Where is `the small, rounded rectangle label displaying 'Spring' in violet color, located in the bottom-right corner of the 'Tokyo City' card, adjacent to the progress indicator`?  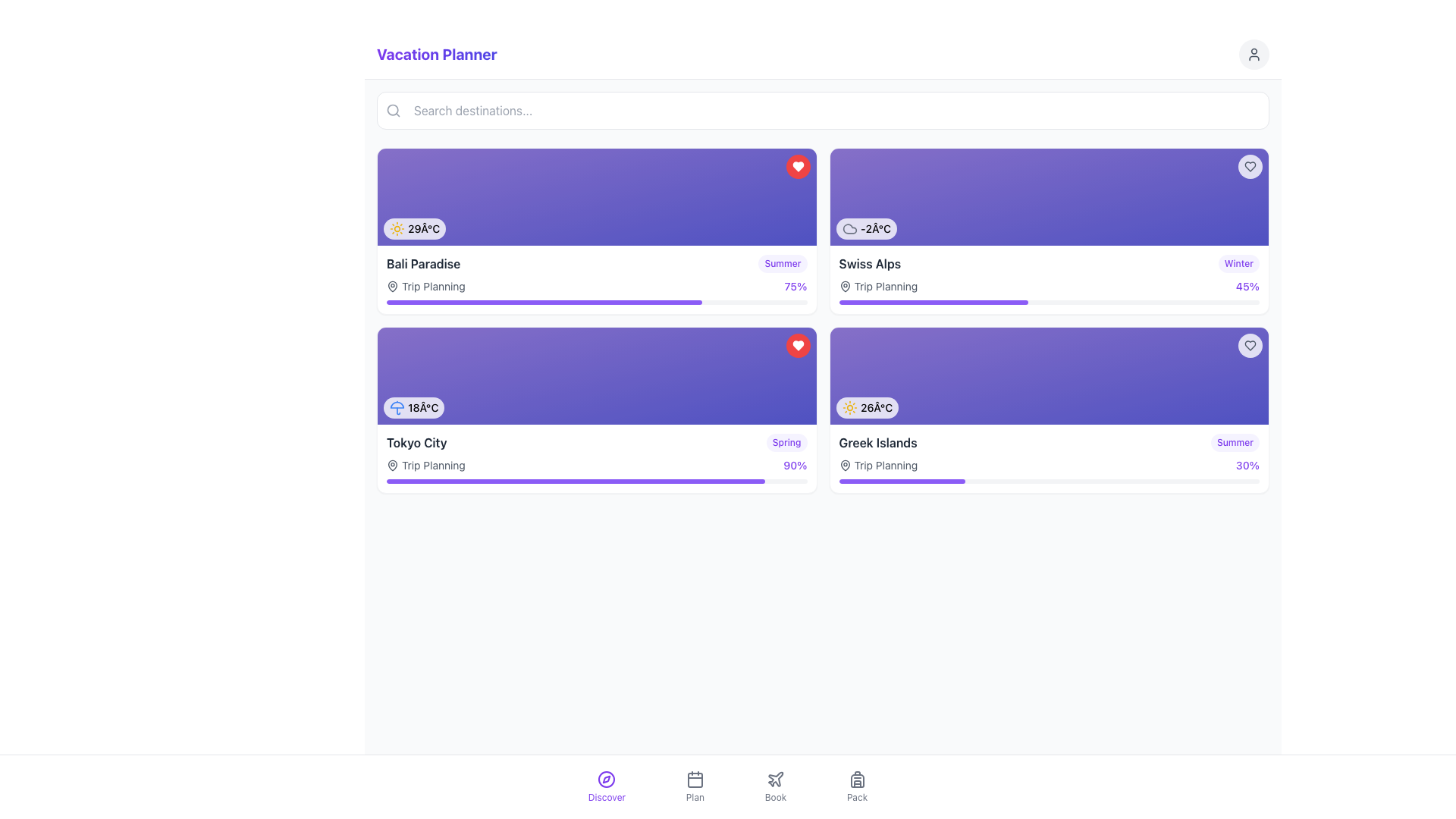
the small, rounded rectangle label displaying 'Spring' in violet color, located in the bottom-right corner of the 'Tokyo City' card, adjacent to the progress indicator is located at coordinates (786, 442).